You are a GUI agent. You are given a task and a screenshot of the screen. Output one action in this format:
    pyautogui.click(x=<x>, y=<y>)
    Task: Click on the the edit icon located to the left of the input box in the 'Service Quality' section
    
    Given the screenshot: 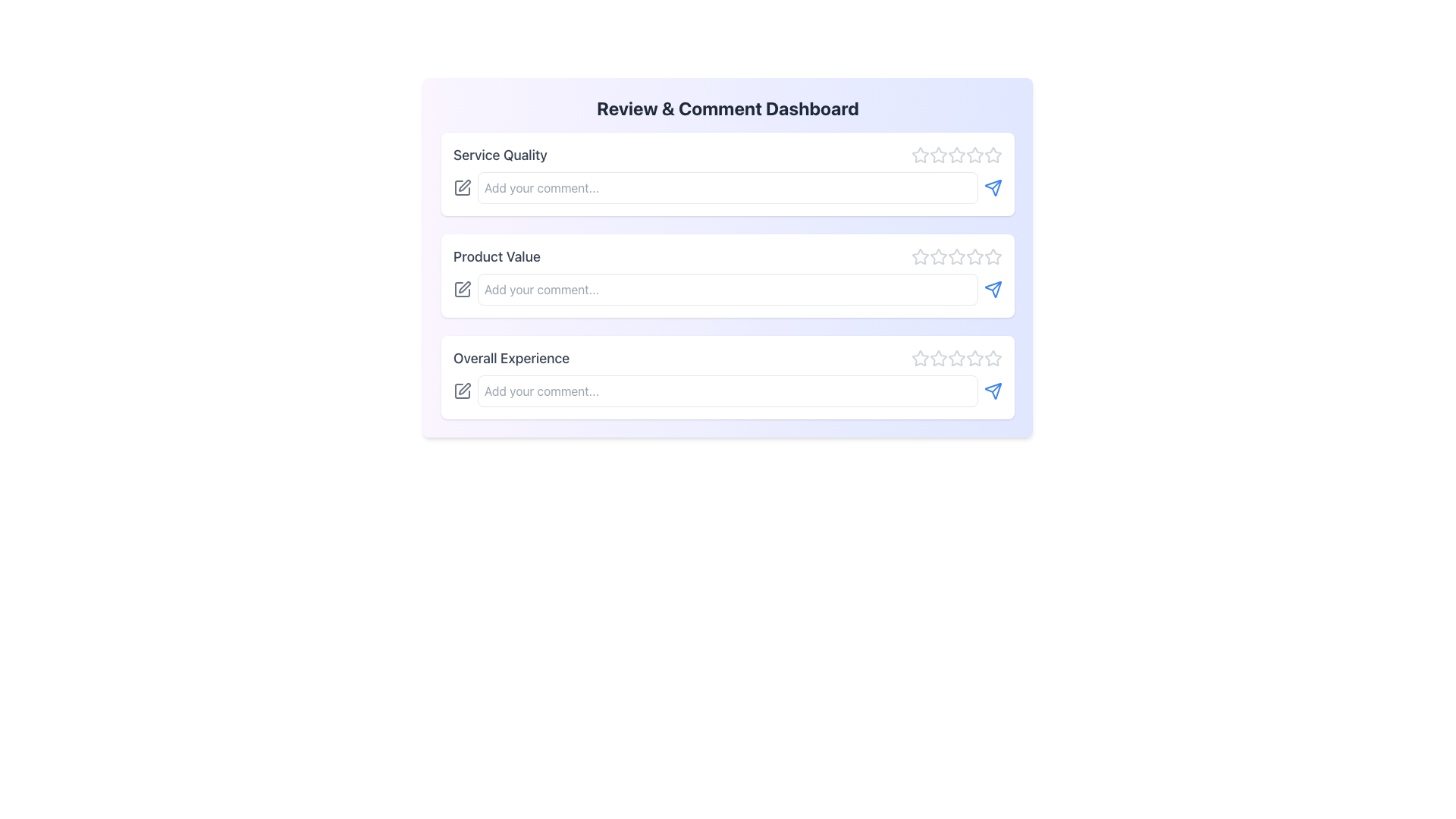 What is the action you would take?
    pyautogui.click(x=461, y=187)
    